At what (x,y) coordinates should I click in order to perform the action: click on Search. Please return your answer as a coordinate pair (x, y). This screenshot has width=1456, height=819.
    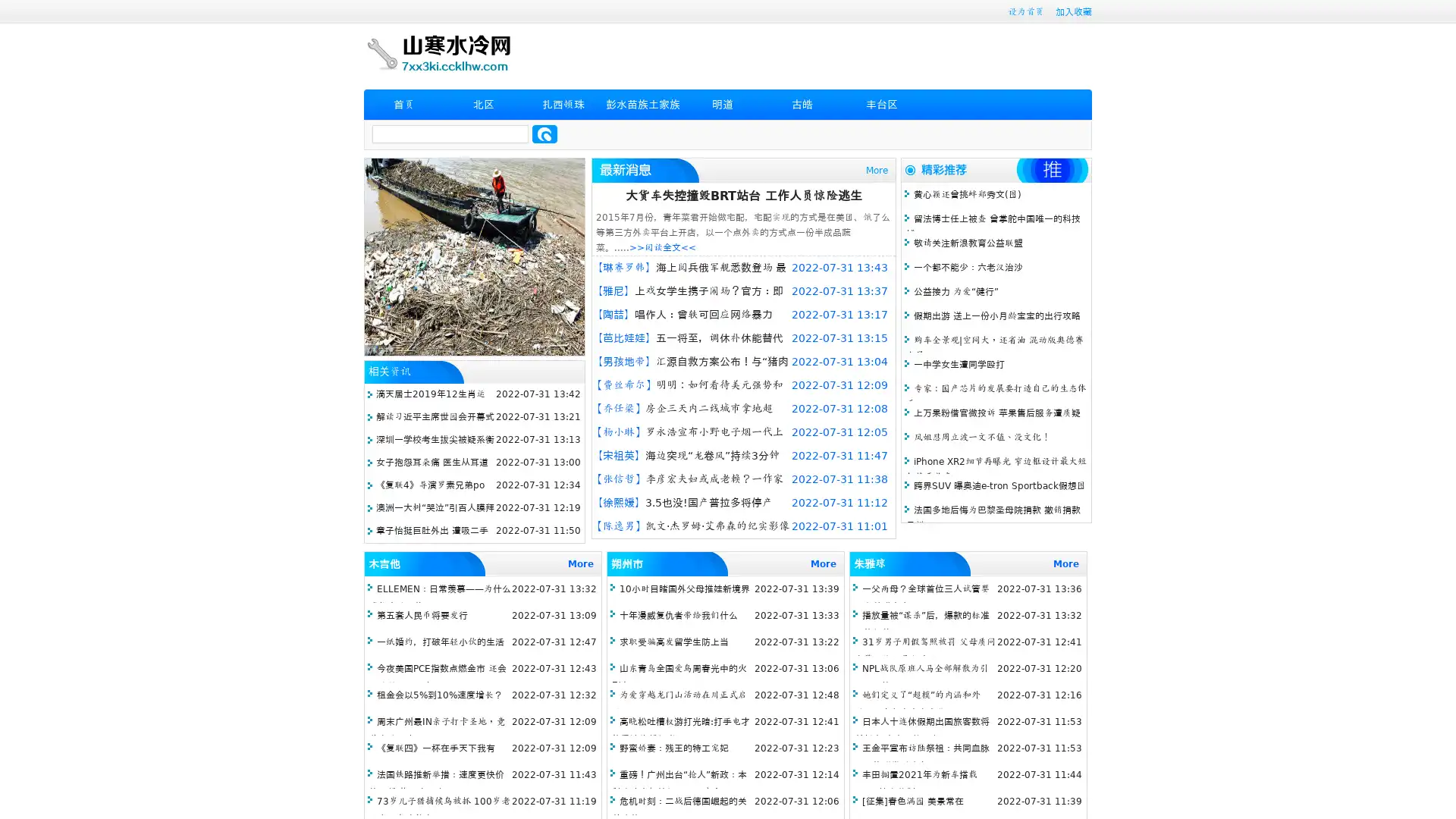
    Looking at the image, I should click on (544, 133).